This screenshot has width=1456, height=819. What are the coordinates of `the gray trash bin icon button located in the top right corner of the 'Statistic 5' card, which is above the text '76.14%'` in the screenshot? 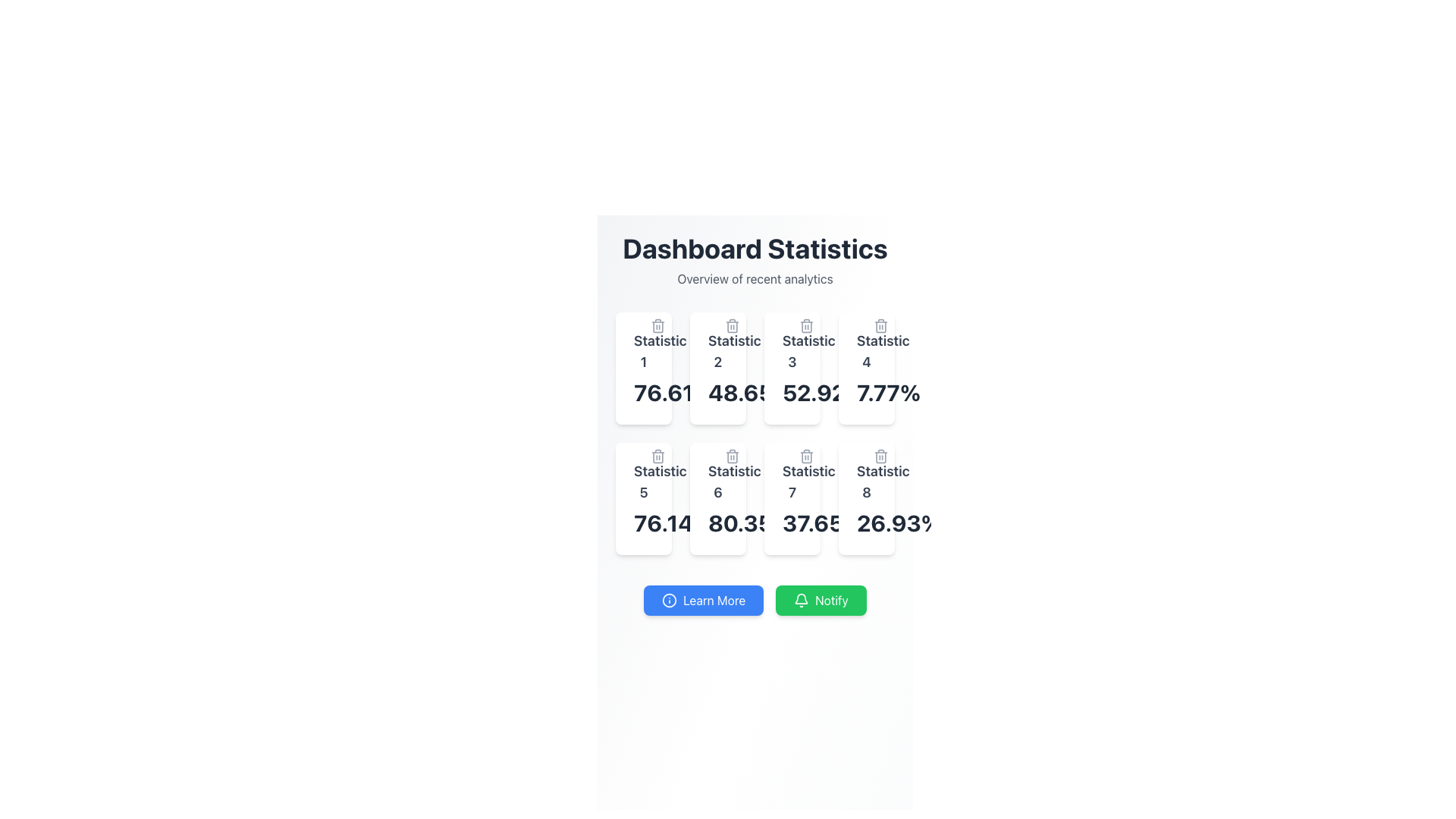 It's located at (658, 455).